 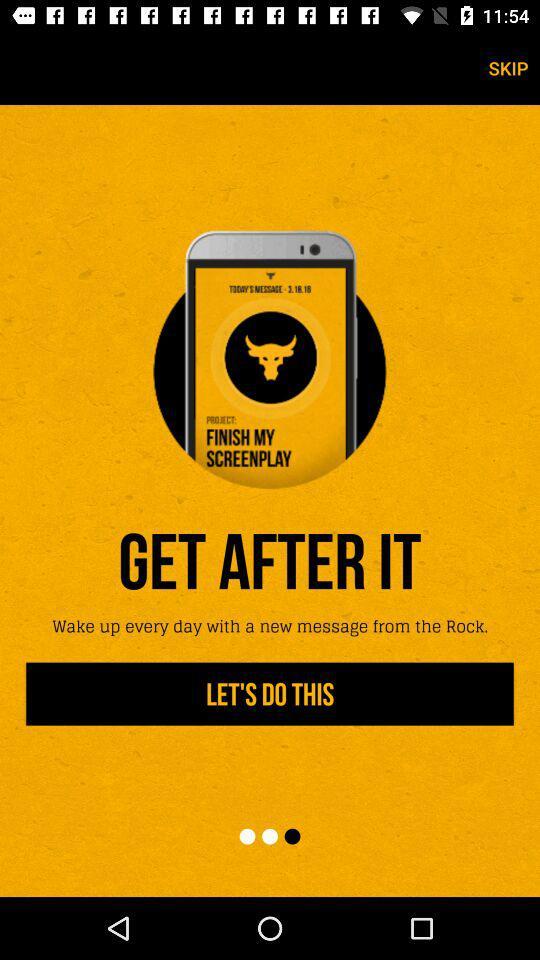 What do you see at coordinates (270, 694) in the screenshot?
I see `let s do item` at bounding box center [270, 694].